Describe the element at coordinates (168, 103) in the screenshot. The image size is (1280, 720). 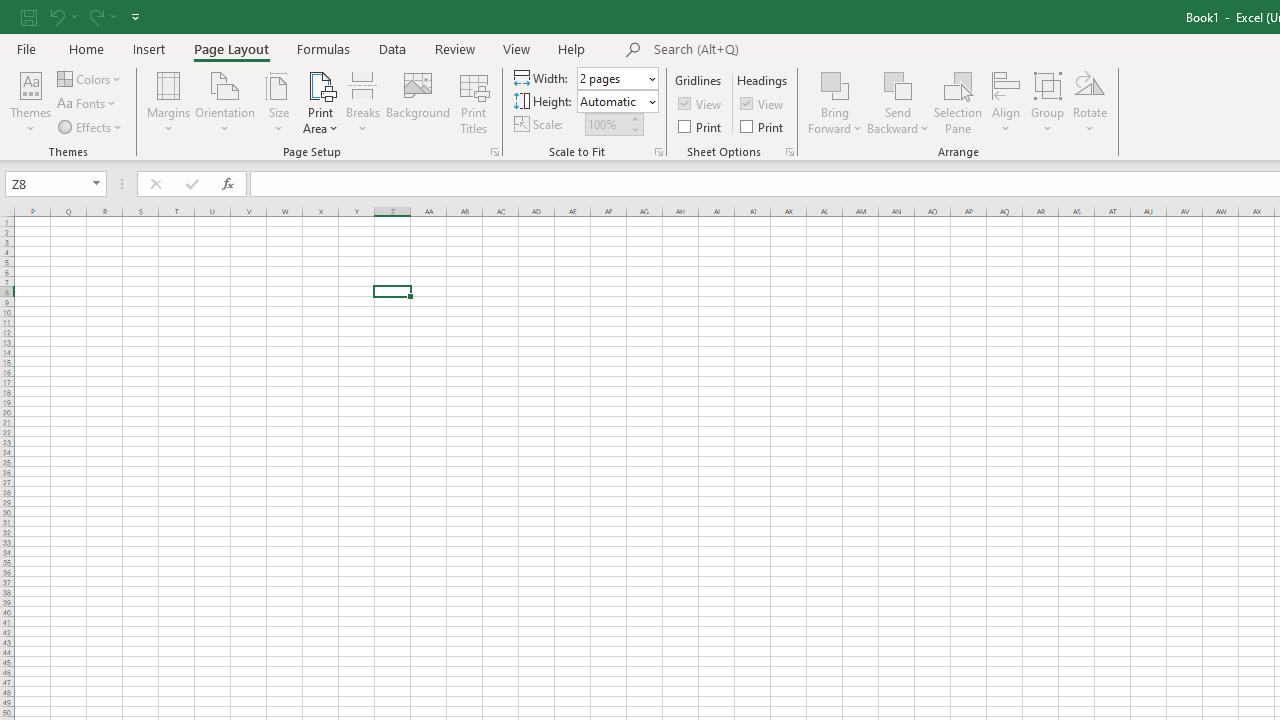
I see `'Margins'` at that location.